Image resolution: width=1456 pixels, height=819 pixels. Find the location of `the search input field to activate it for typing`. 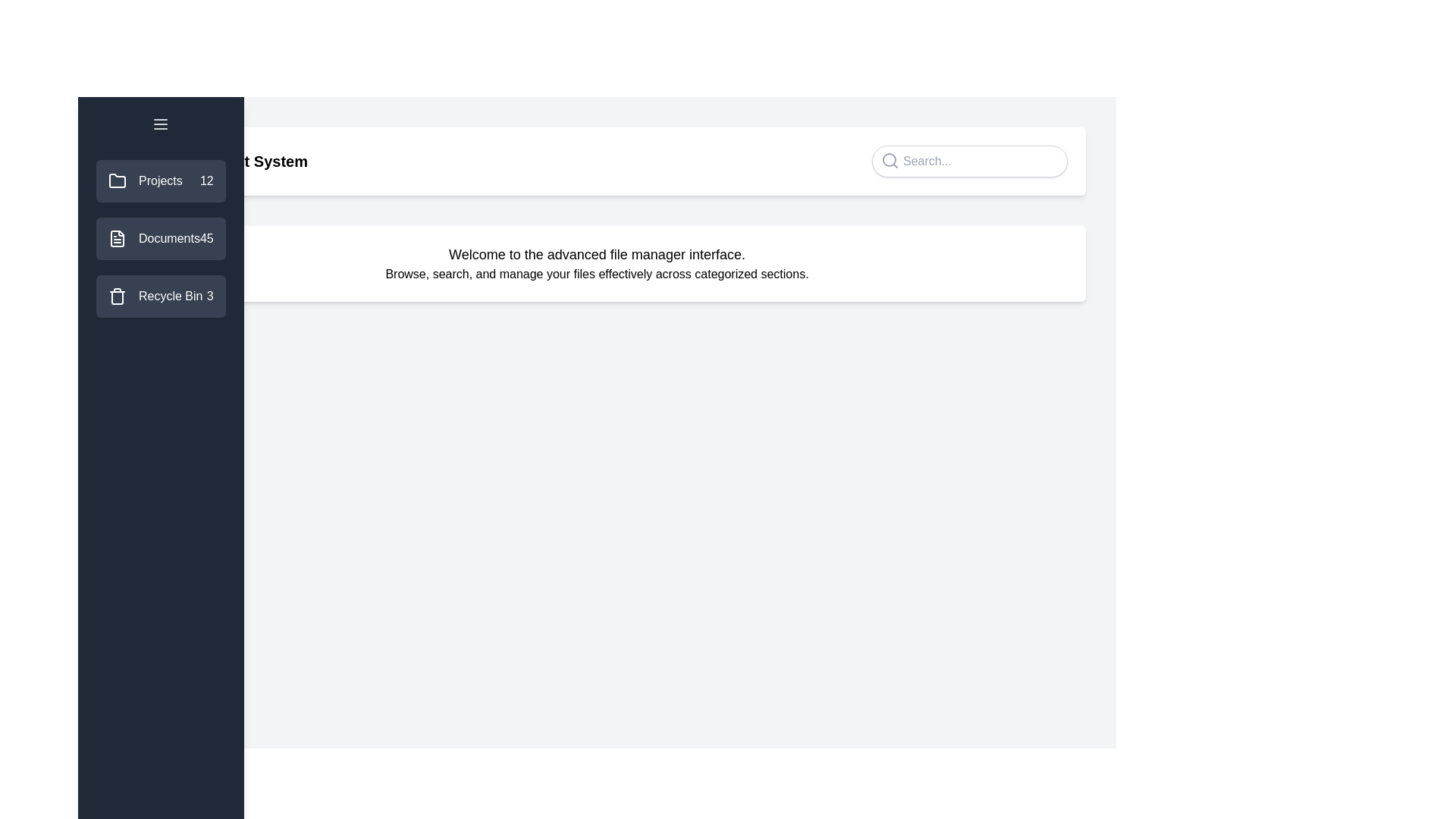

the search input field to activate it for typing is located at coordinates (968, 161).